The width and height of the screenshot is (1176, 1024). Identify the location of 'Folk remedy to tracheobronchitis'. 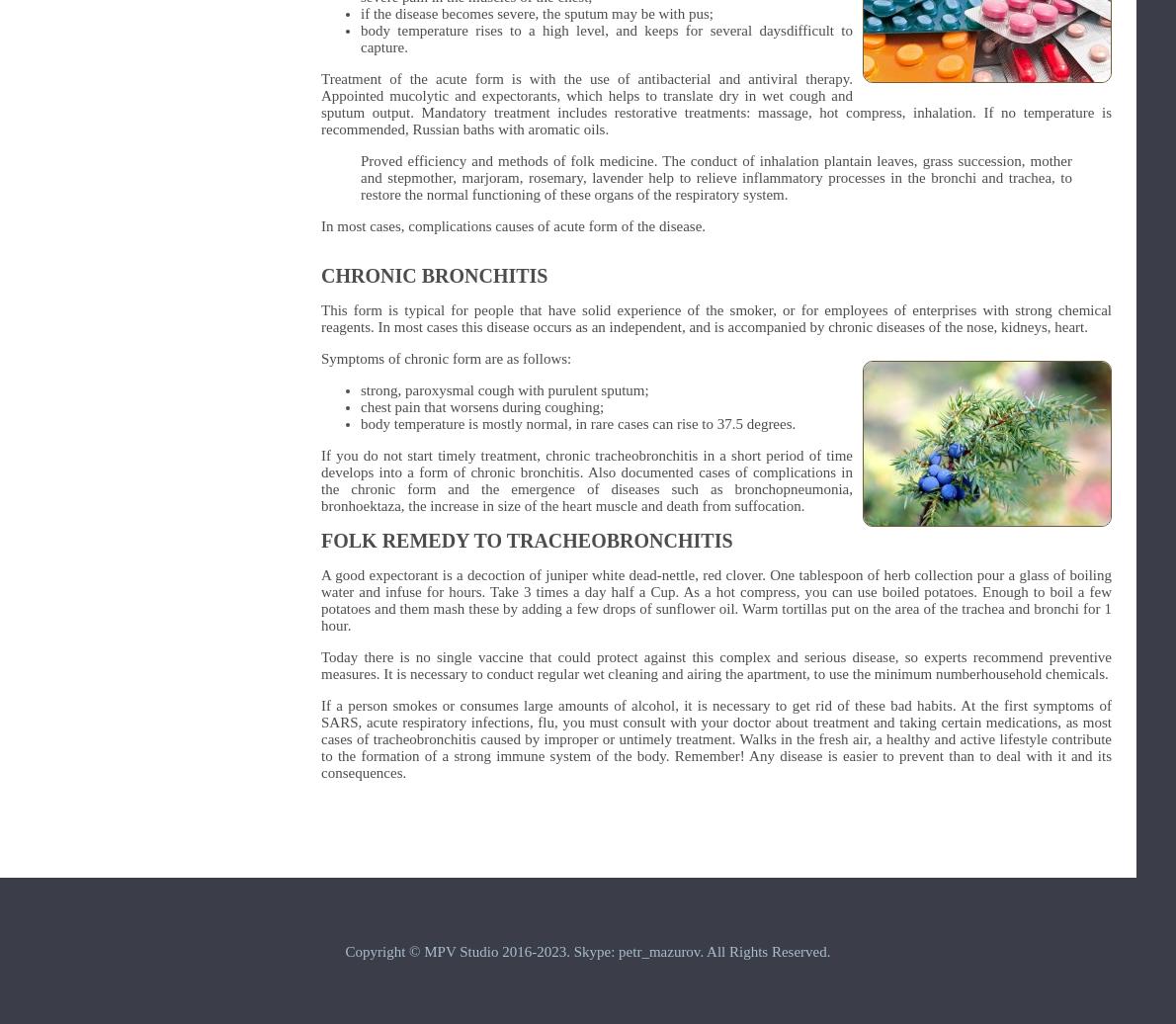
(526, 541).